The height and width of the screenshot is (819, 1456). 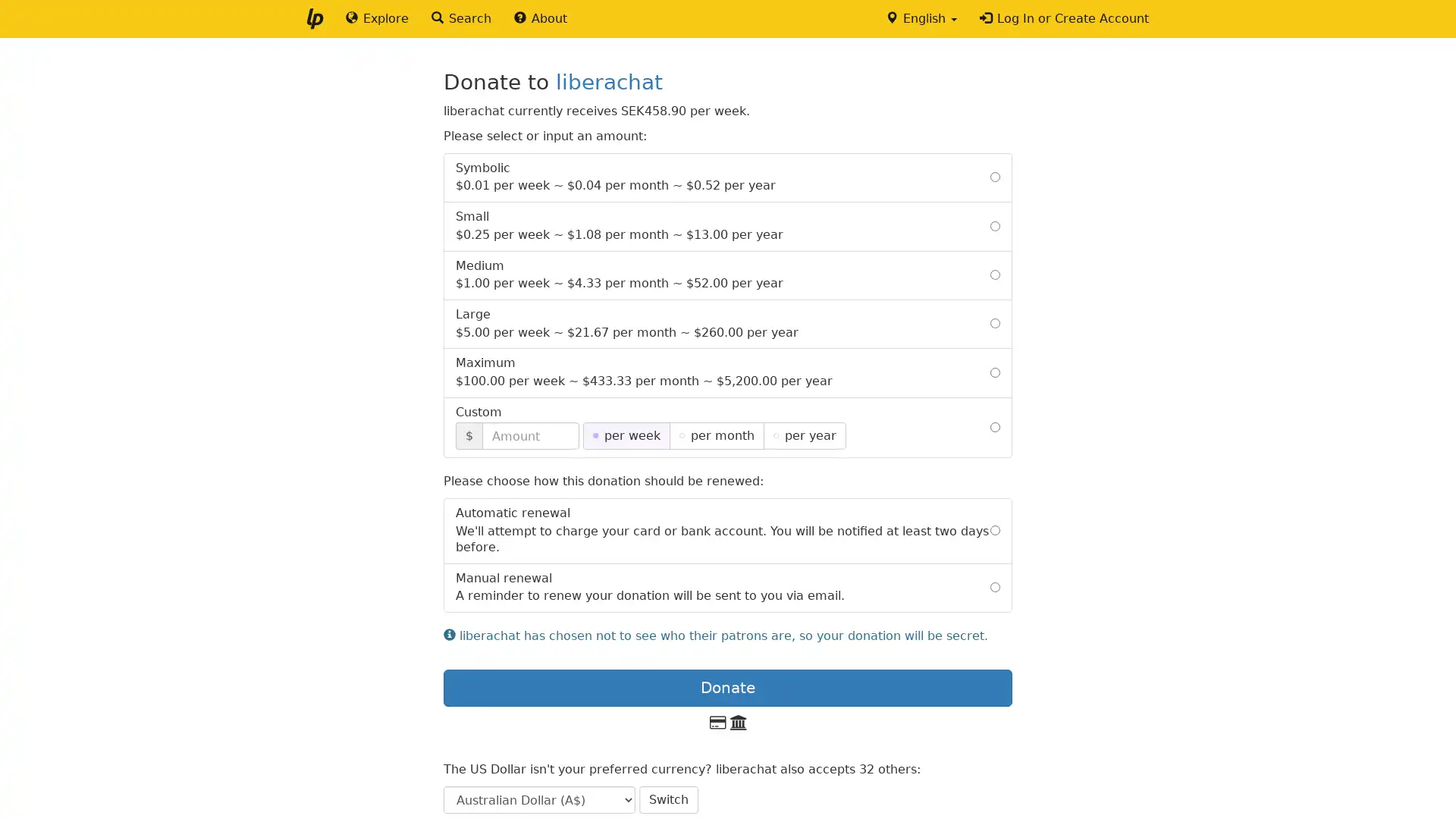 What do you see at coordinates (728, 687) in the screenshot?
I see `Donate` at bounding box center [728, 687].